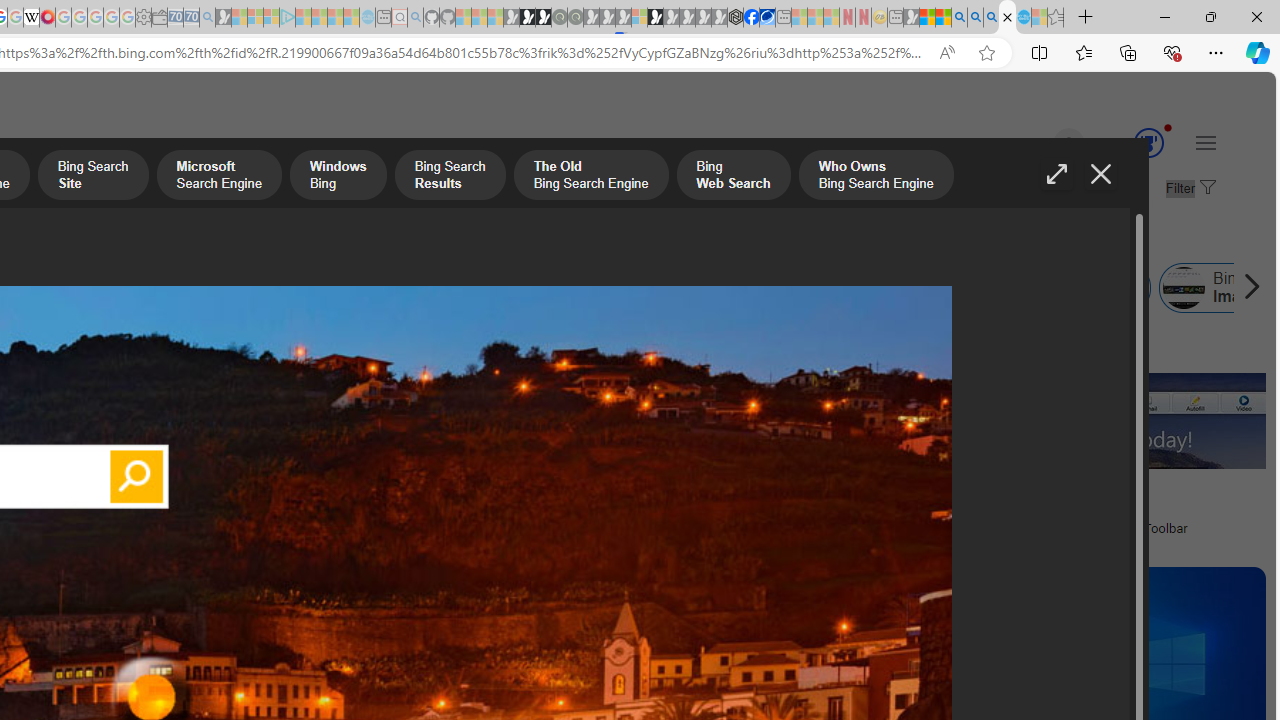  Describe the element at coordinates (448, 176) in the screenshot. I see `'Bing Search Results'` at that location.